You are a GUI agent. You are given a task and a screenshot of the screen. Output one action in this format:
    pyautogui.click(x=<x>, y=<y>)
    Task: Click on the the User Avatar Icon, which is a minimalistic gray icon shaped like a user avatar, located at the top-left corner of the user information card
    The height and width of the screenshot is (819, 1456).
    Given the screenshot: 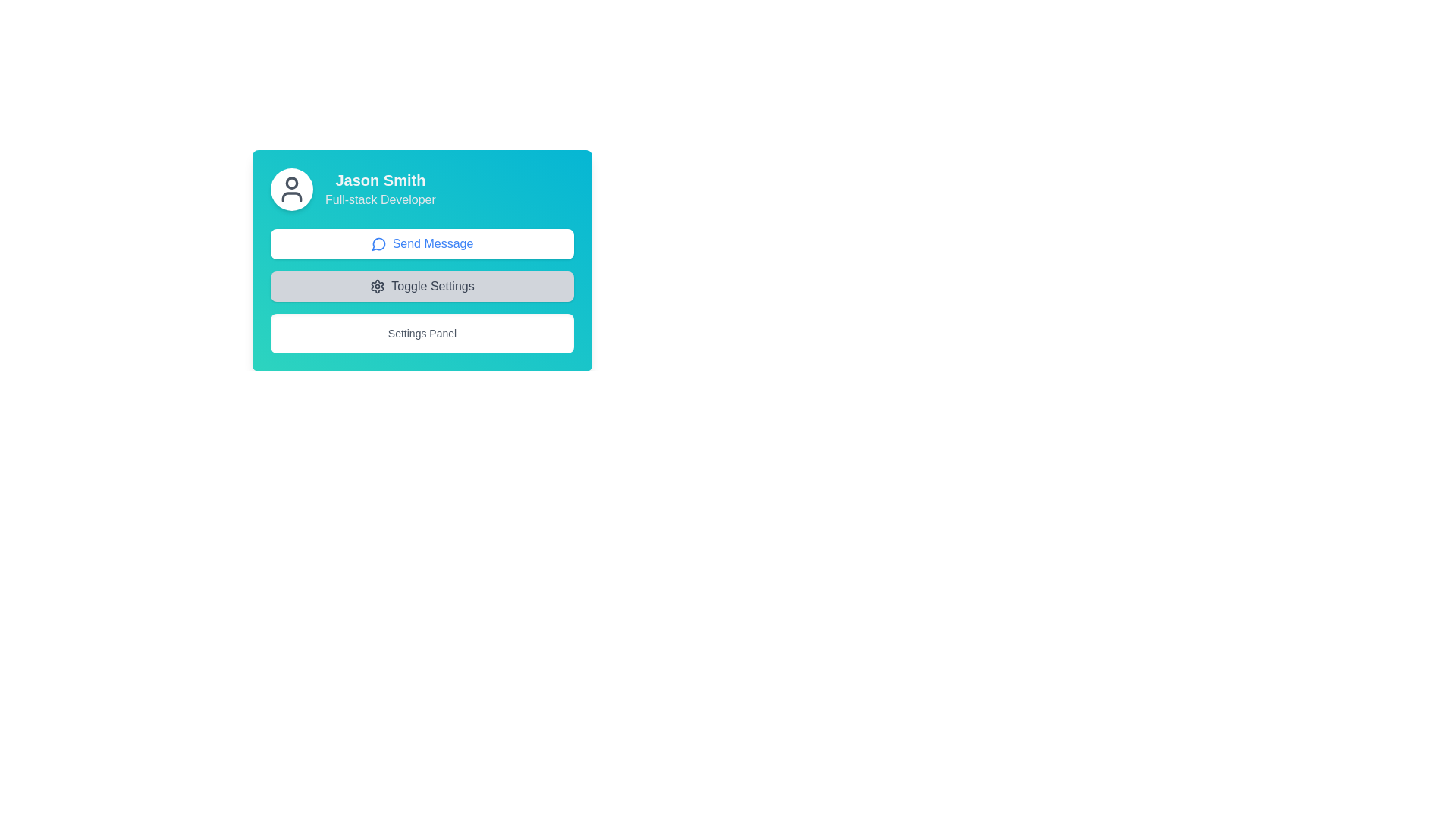 What is the action you would take?
    pyautogui.click(x=291, y=189)
    